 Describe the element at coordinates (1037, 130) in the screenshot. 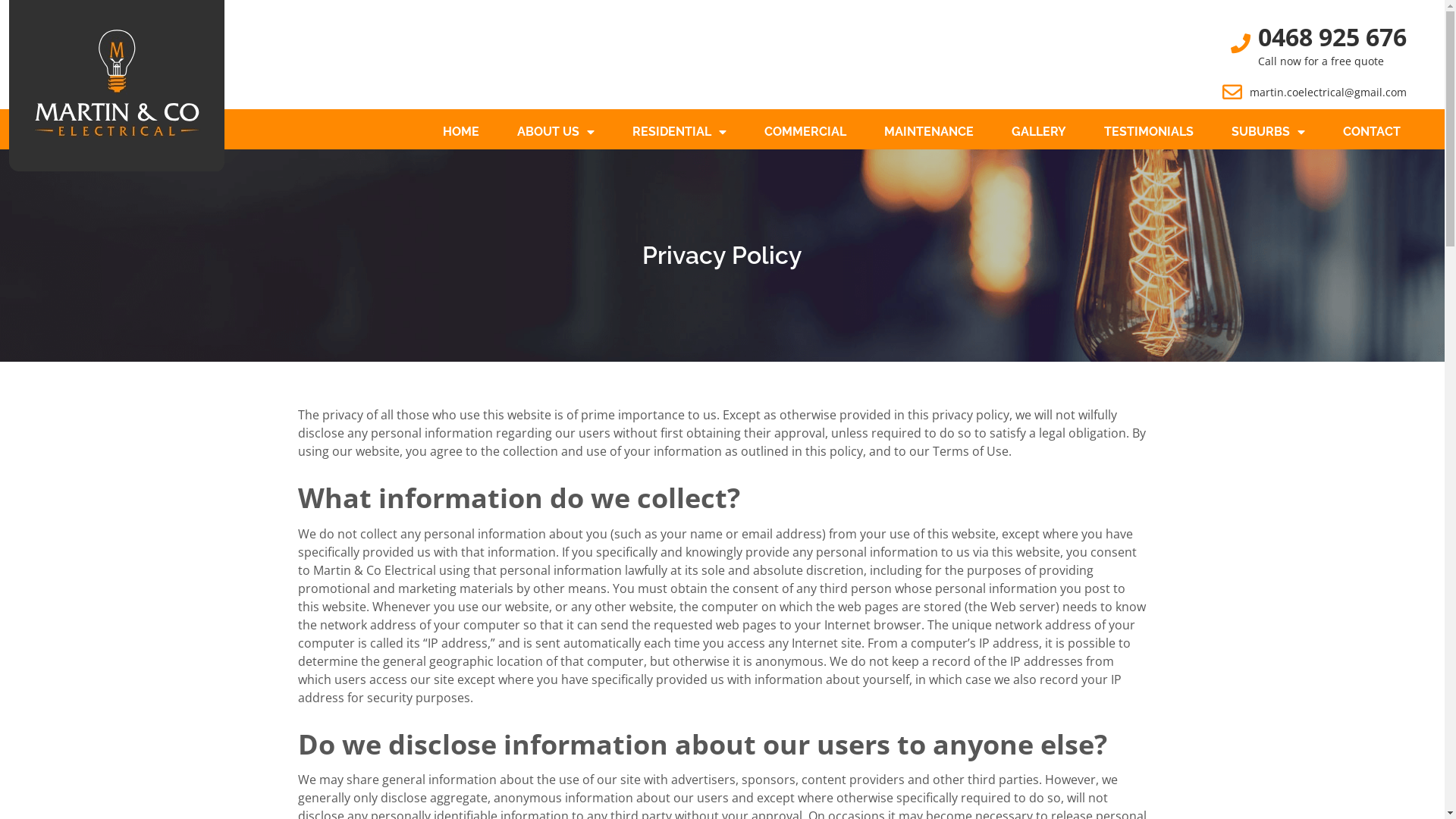

I see `'GALLERY'` at that location.